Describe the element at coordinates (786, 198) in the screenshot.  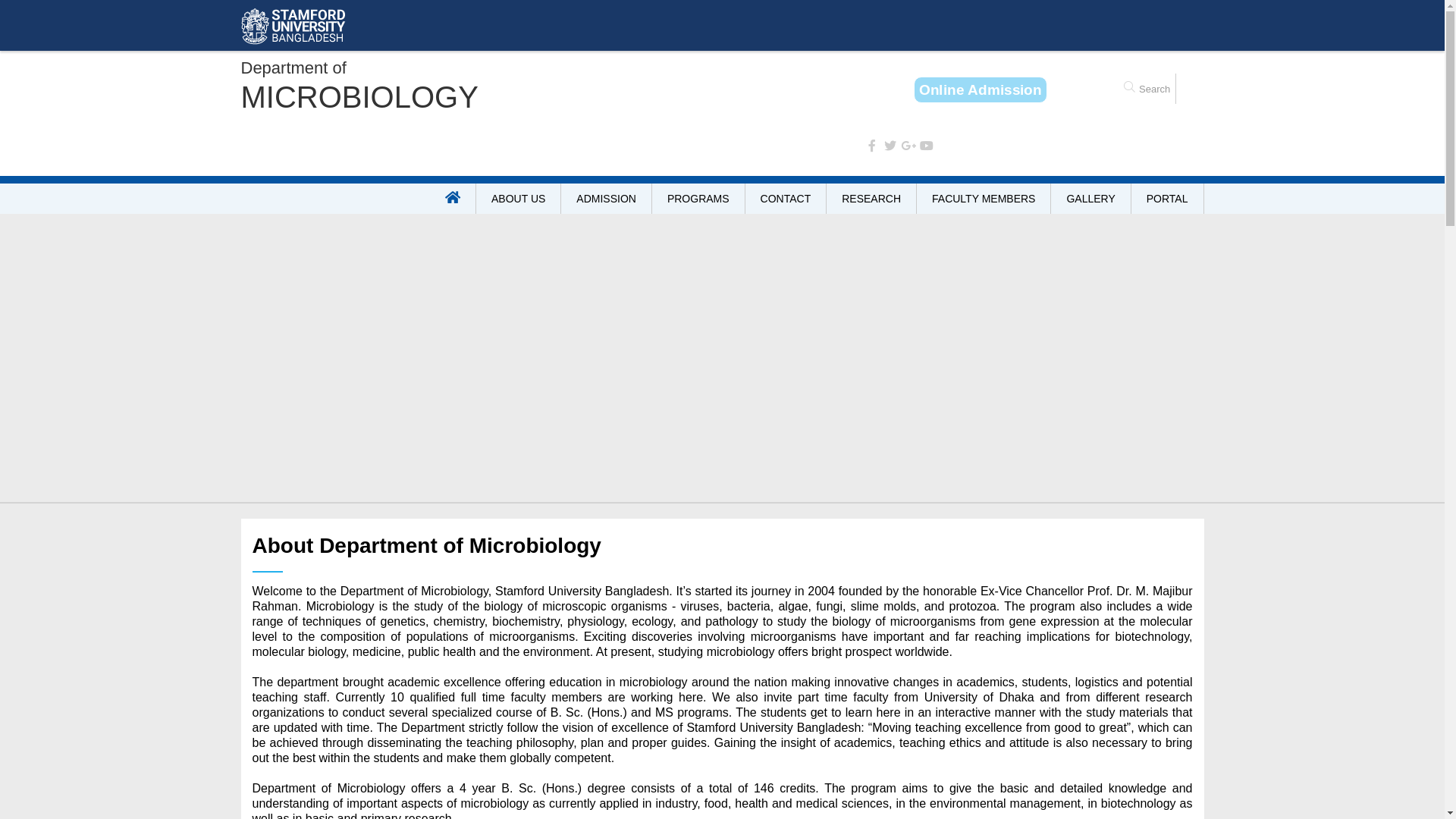
I see `'CONTACT'` at that location.